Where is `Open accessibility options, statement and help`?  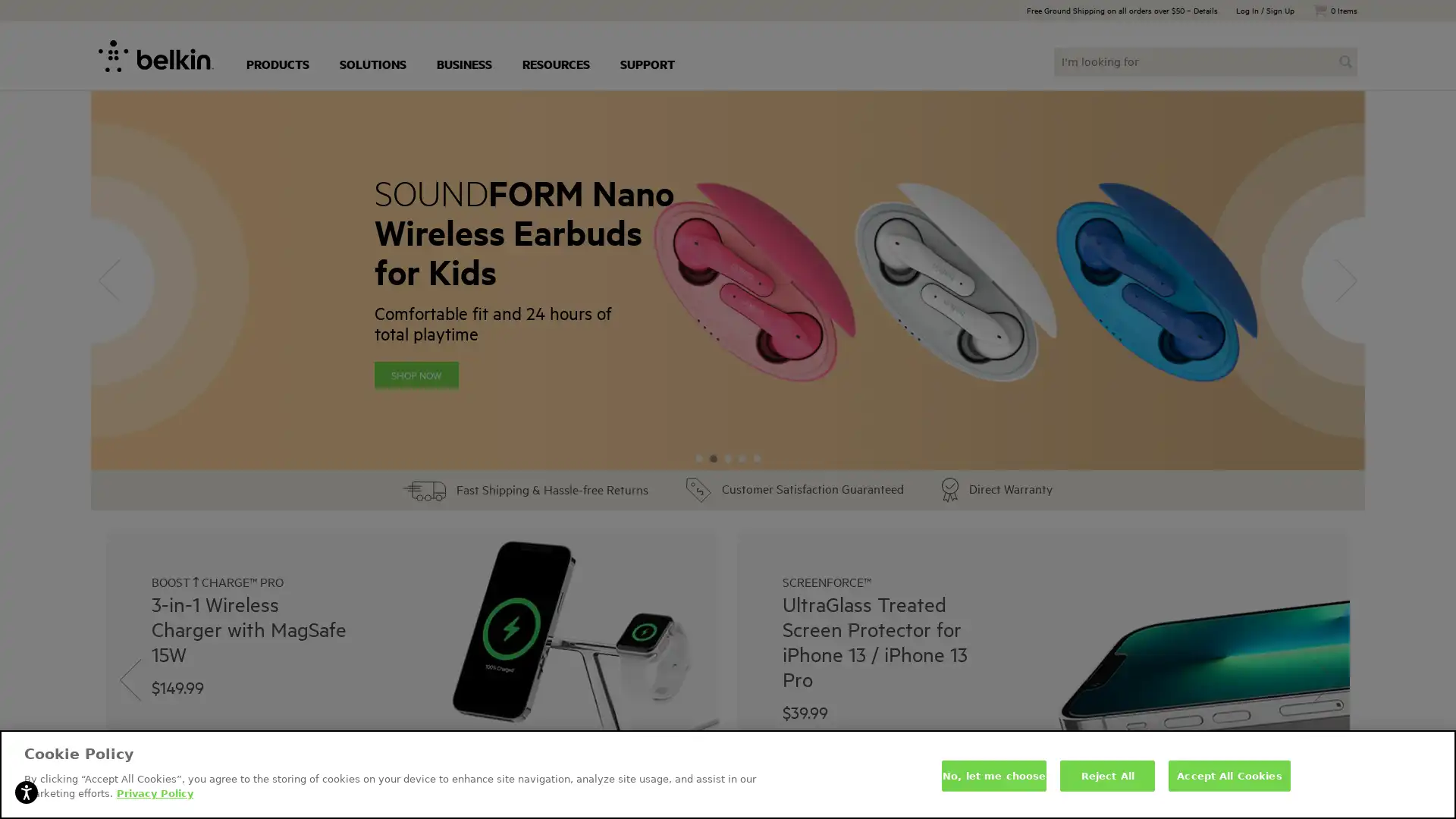
Open accessibility options, statement and help is located at coordinates (26, 792).